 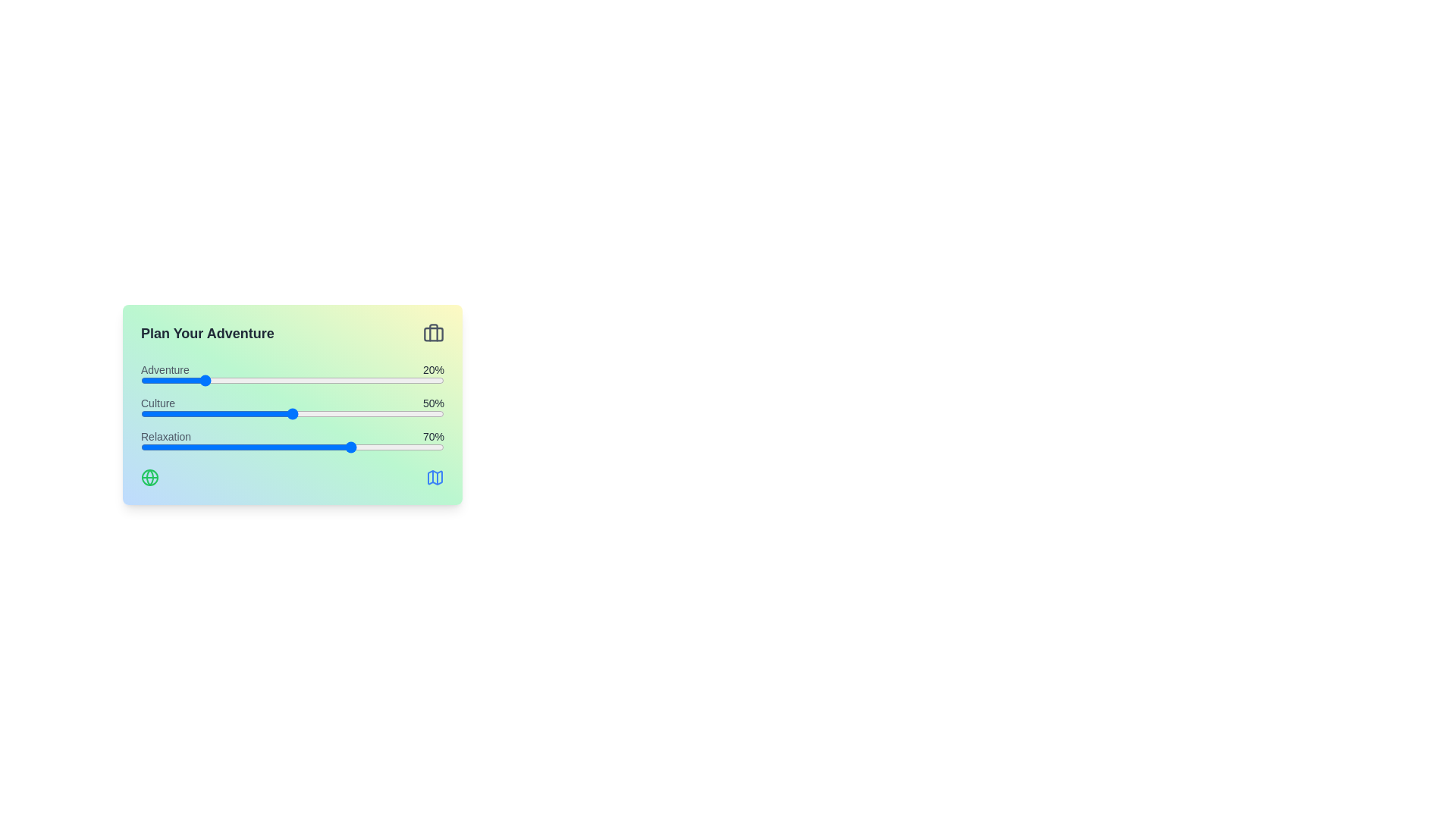 What do you see at coordinates (315, 379) in the screenshot?
I see `the 'Adventure' slider to 58%` at bounding box center [315, 379].